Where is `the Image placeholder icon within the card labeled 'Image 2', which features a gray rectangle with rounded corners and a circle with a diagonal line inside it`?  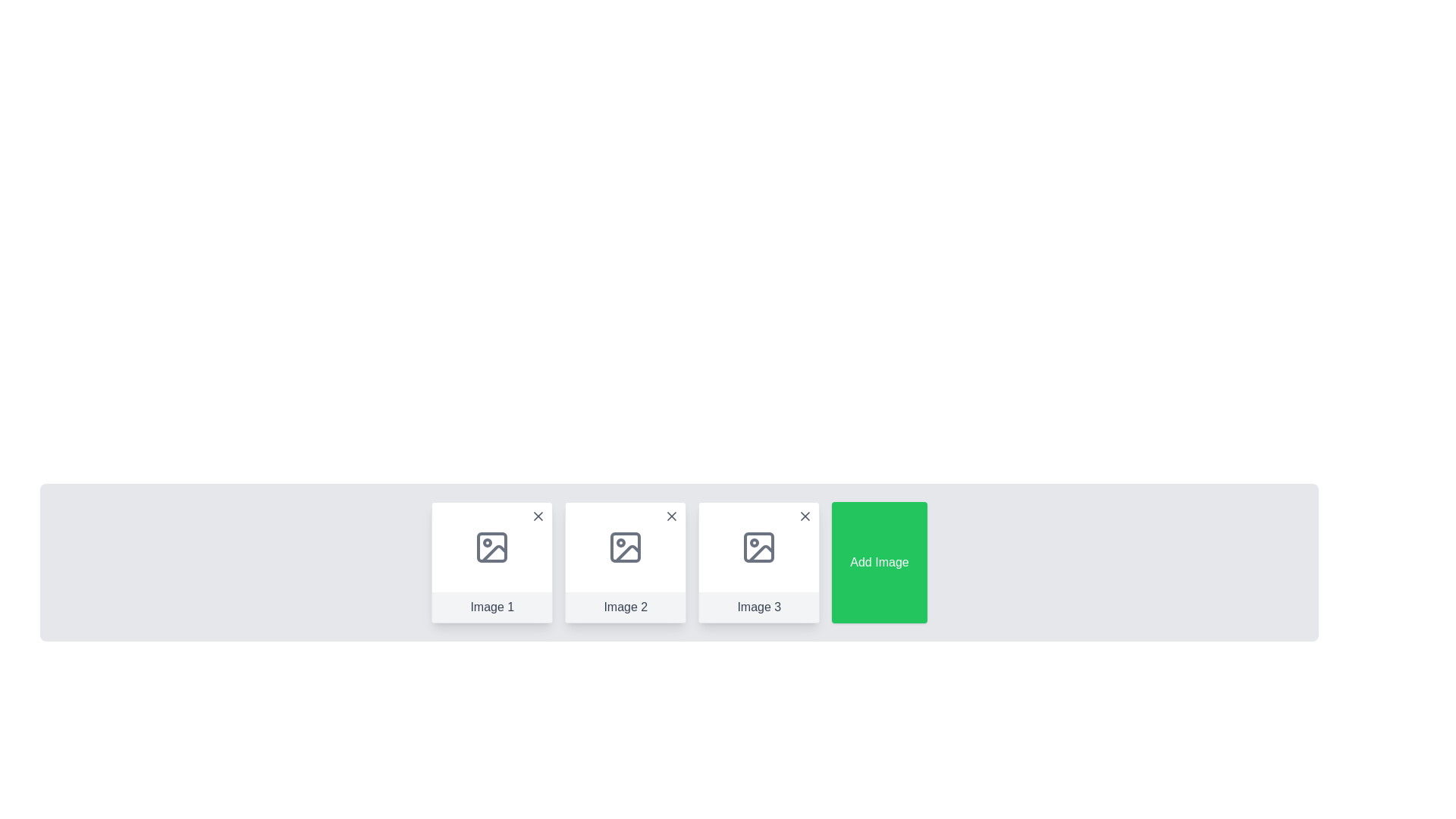 the Image placeholder icon within the card labeled 'Image 2', which features a gray rectangle with rounded corners and a circle with a diagonal line inside it is located at coordinates (626, 547).